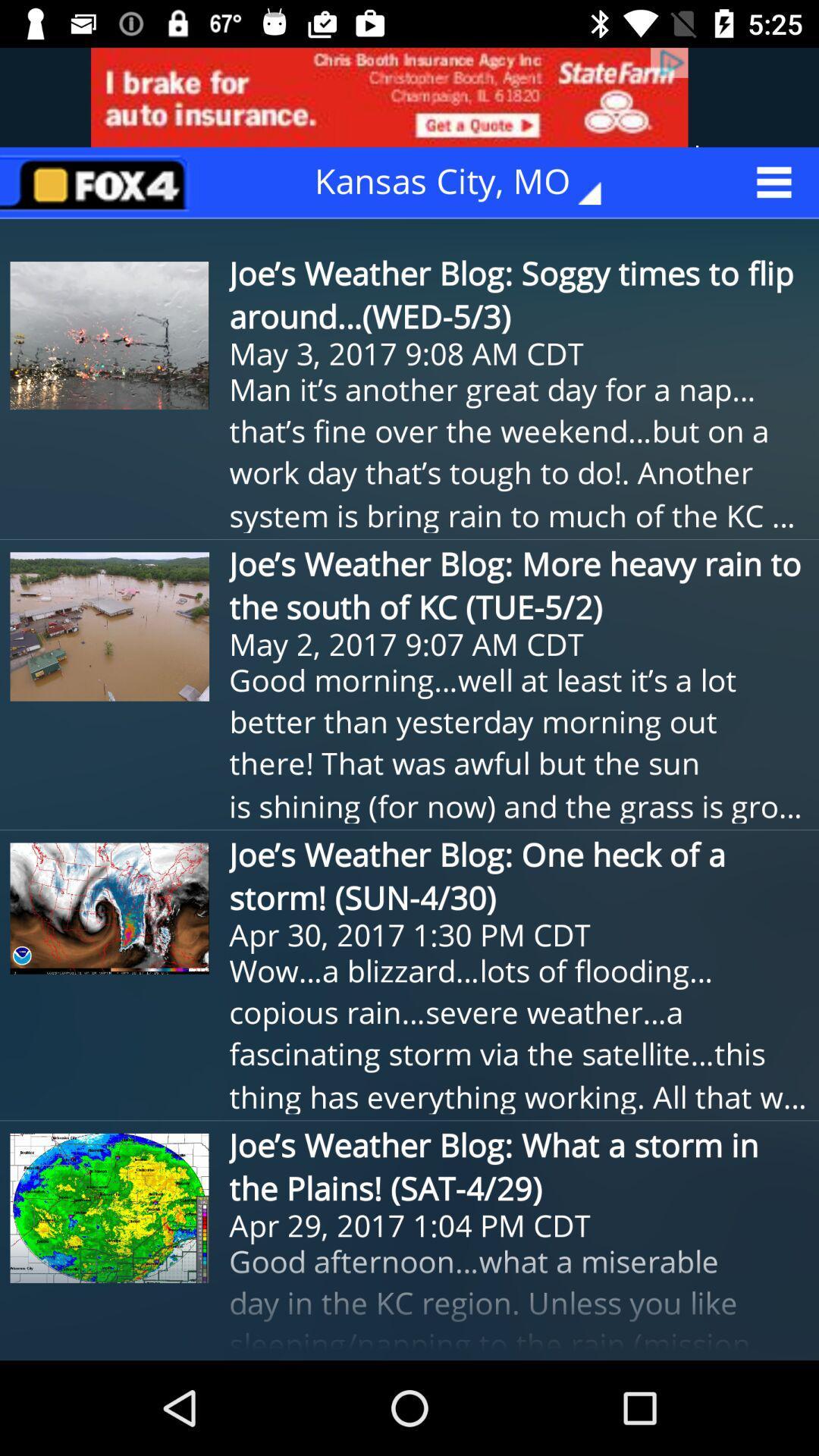 The width and height of the screenshot is (819, 1456). Describe the element at coordinates (468, 182) in the screenshot. I see `kansas city, mo icon` at that location.